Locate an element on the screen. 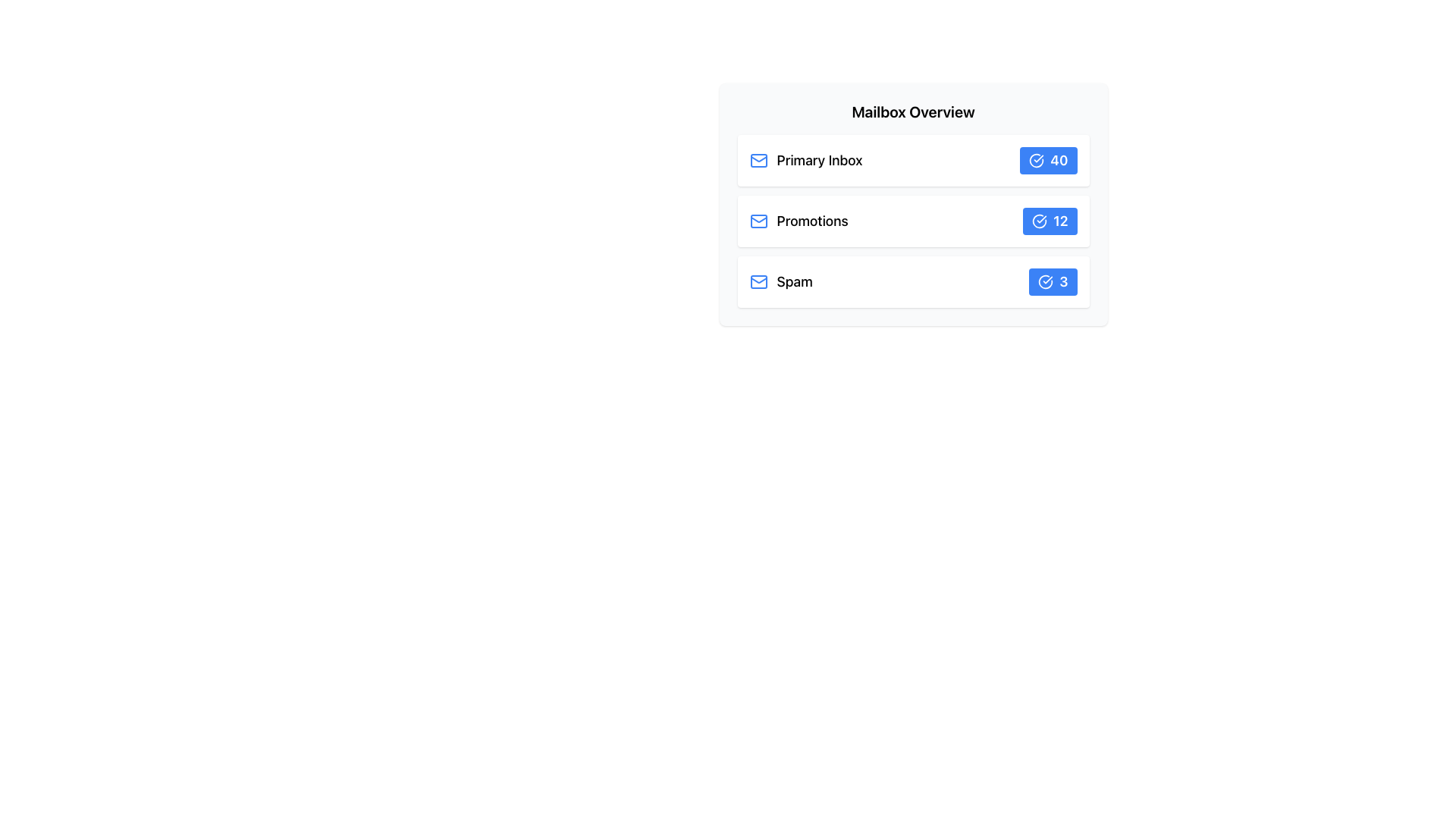 This screenshot has width=1456, height=819. the second section of the Mailbox Overview labeled 'Promotions' is located at coordinates (912, 221).